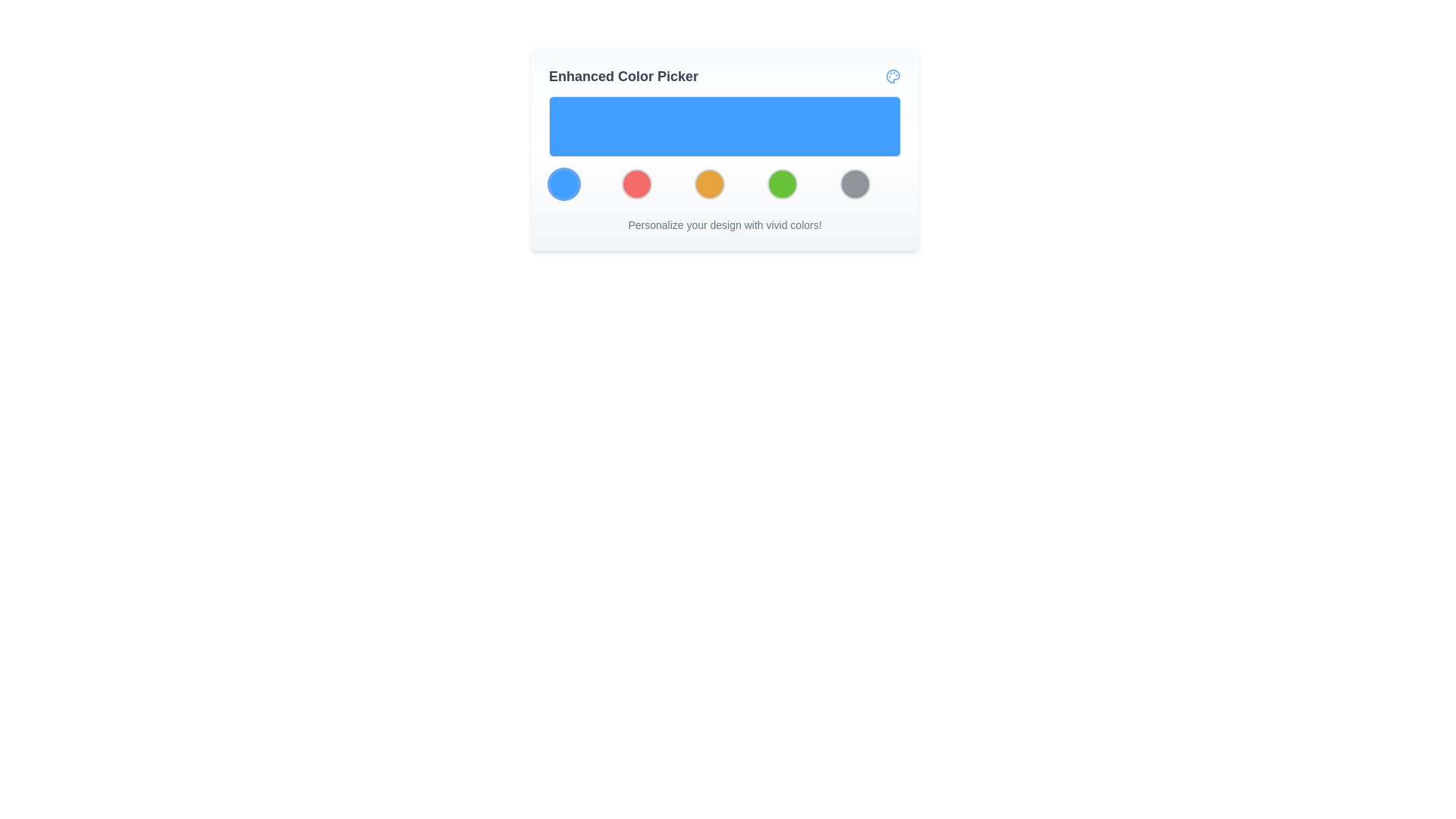  What do you see at coordinates (783, 184) in the screenshot?
I see `the fourth circular button for selecting a green color option in the color picker interface, located under the blue rectangular area` at bounding box center [783, 184].